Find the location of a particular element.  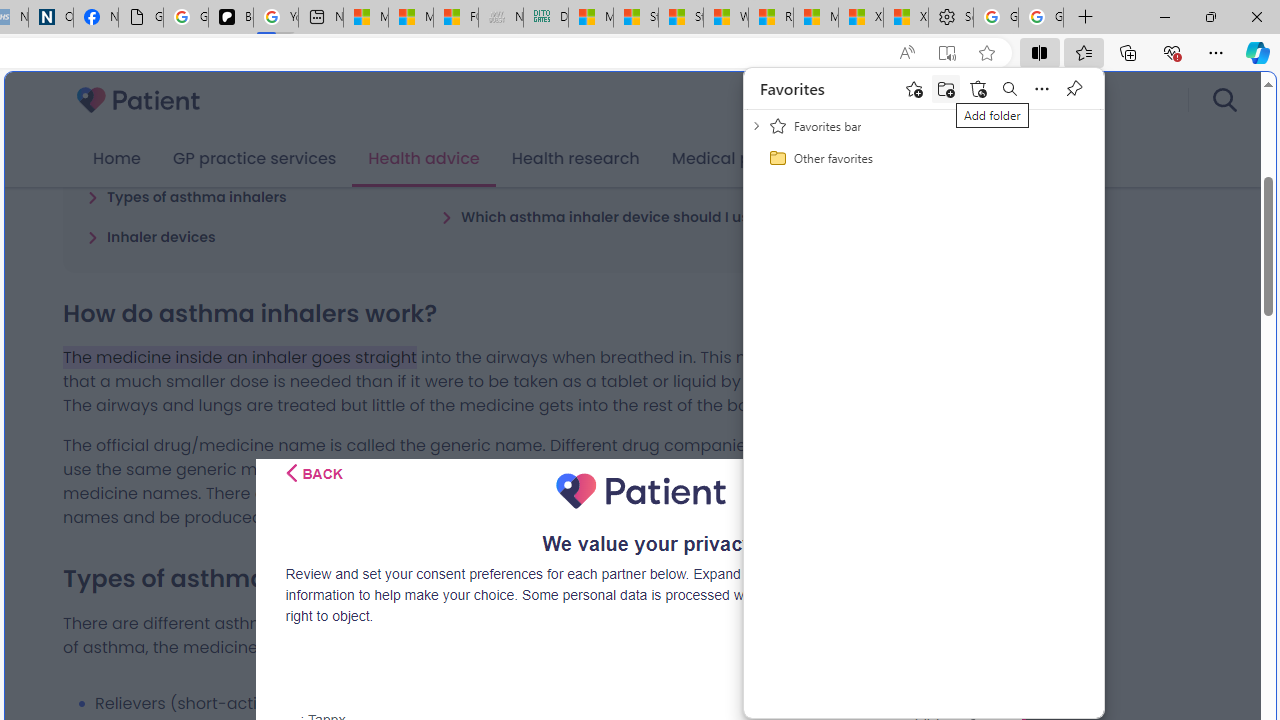

'Add this page to favorites' is located at coordinates (912, 87).